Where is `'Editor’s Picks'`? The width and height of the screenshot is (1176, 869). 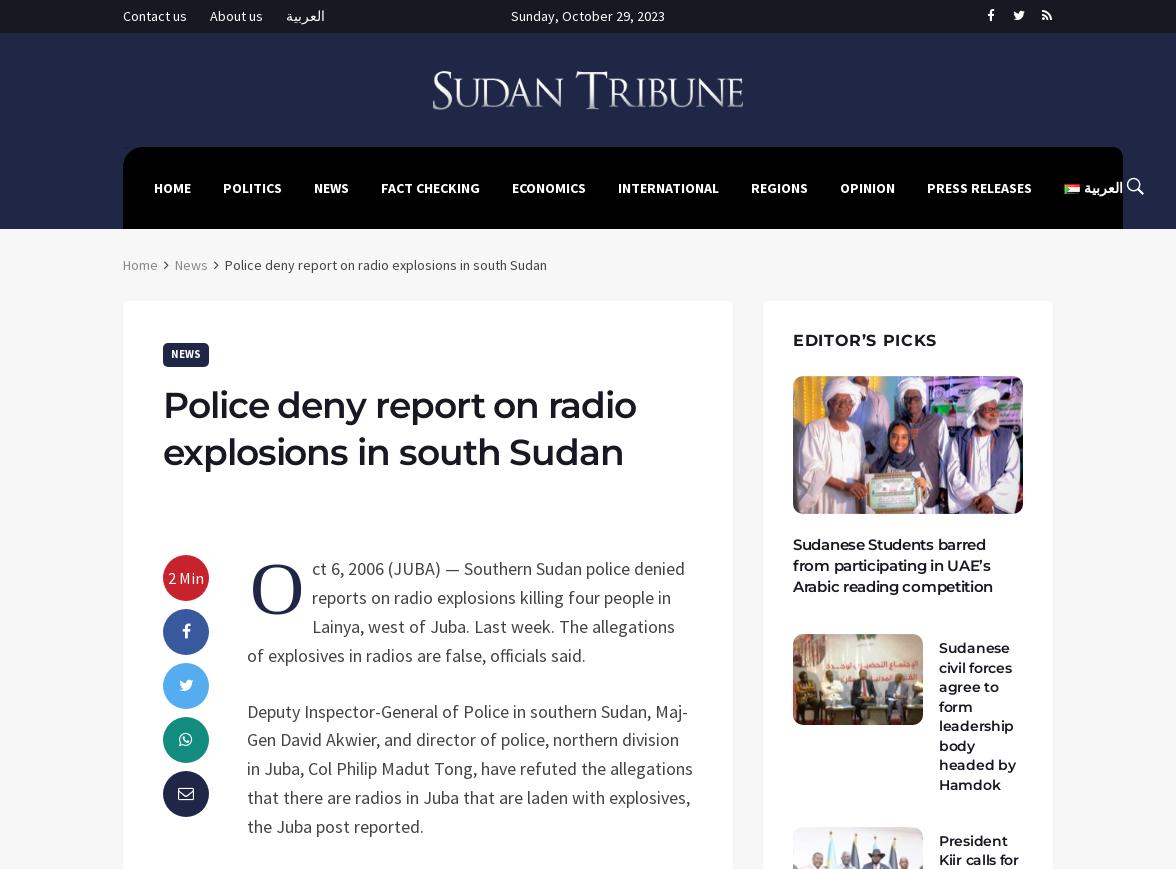 'Editor’s Picks' is located at coordinates (864, 339).